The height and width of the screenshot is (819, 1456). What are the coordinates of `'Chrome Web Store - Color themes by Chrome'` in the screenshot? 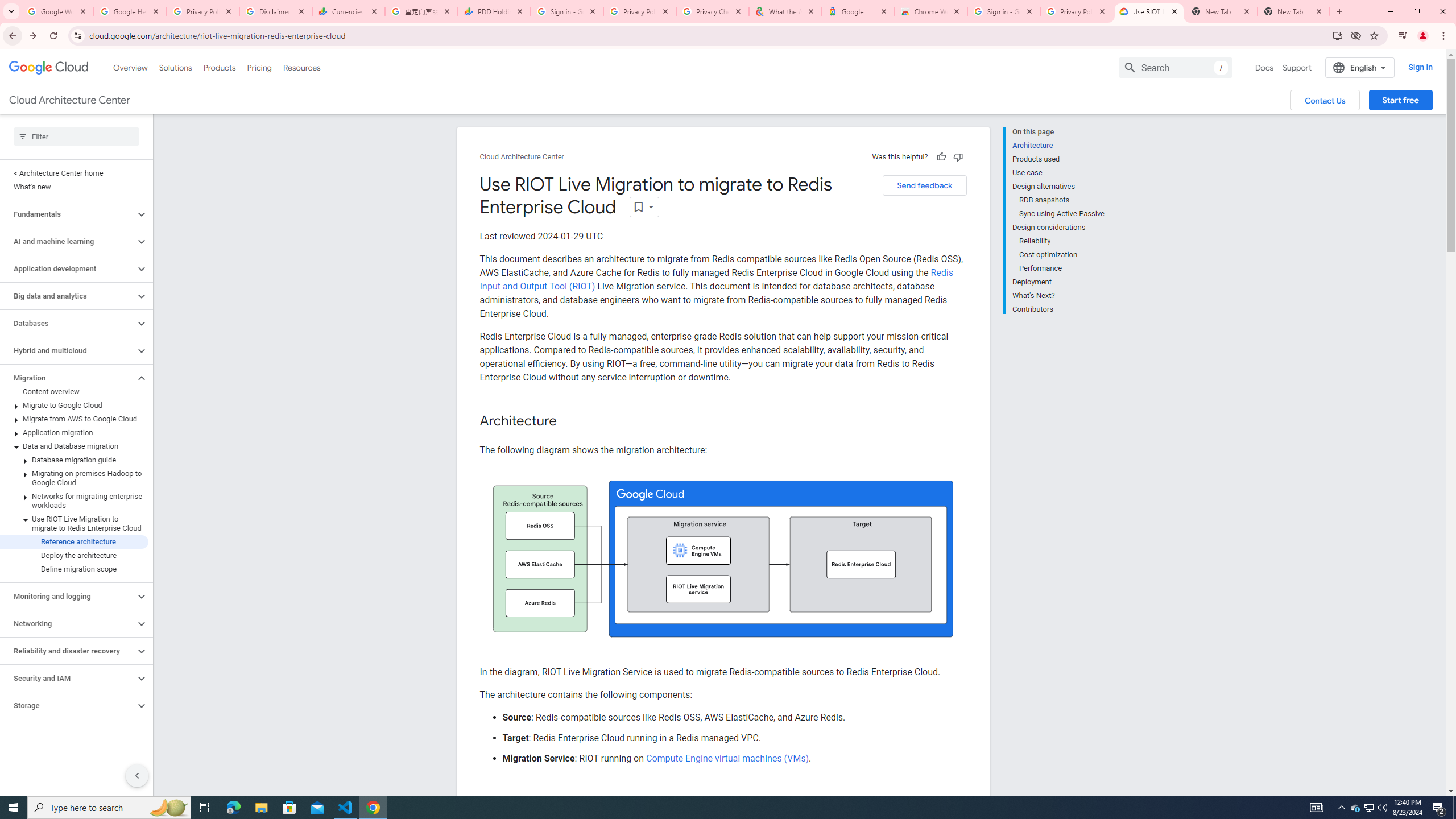 It's located at (930, 11).